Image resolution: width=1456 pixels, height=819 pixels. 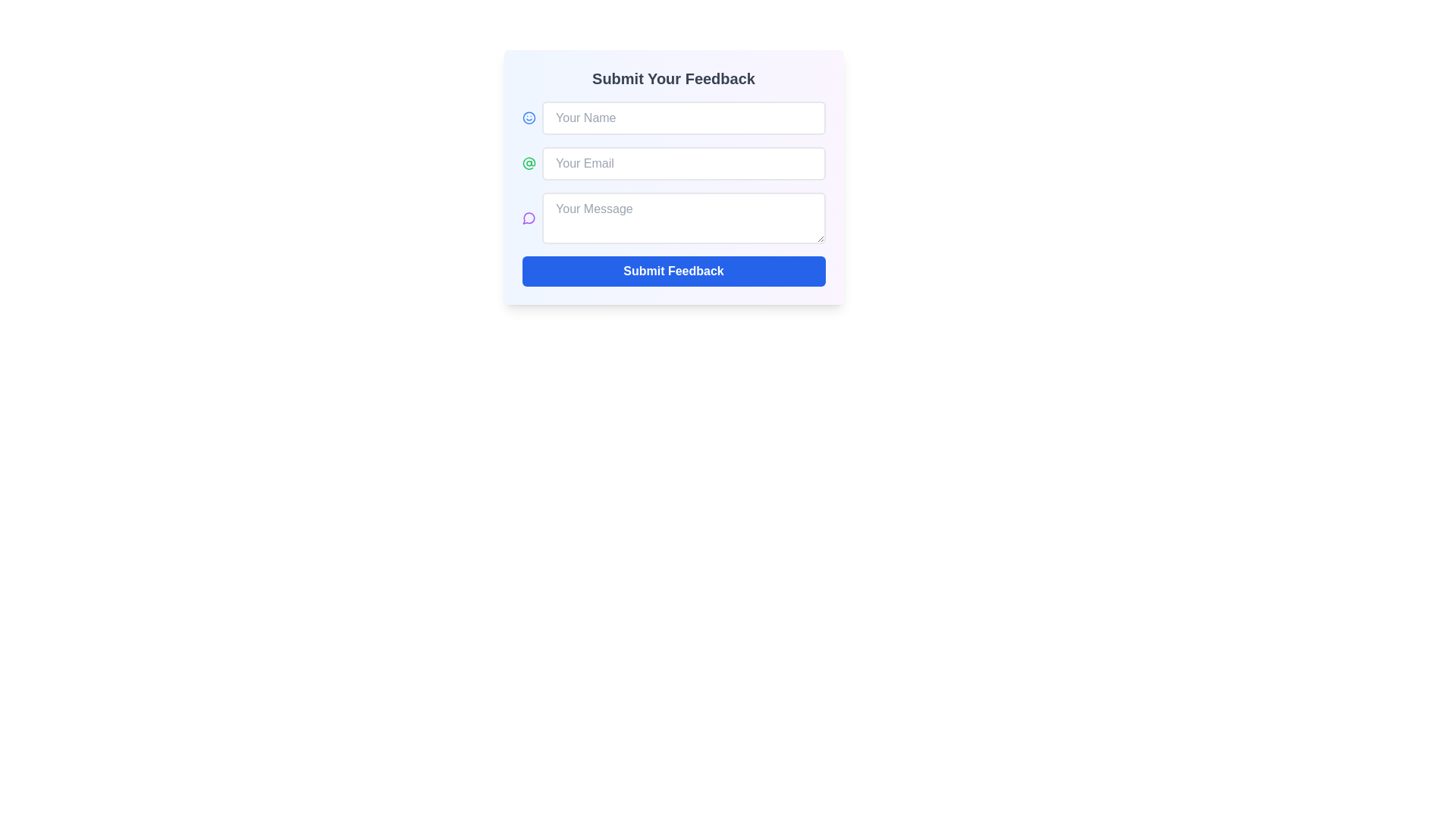 I want to click on the green outlined '@' sign icon located in the feedback form under 'Submit Your Feedback', positioned to the left of the 'Your Email' input field, so click(x=529, y=164).